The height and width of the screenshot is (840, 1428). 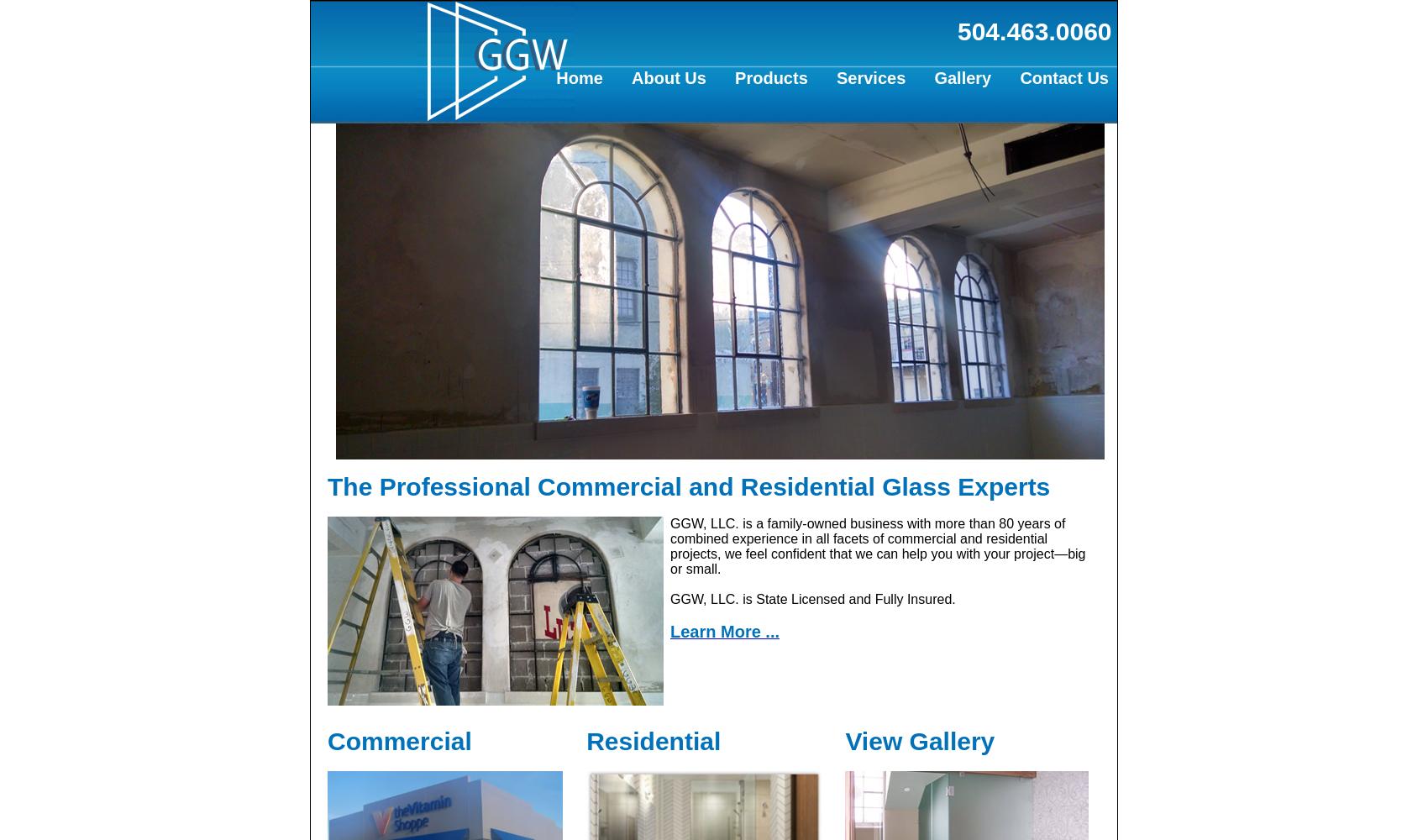 What do you see at coordinates (667, 77) in the screenshot?
I see `'About Us'` at bounding box center [667, 77].